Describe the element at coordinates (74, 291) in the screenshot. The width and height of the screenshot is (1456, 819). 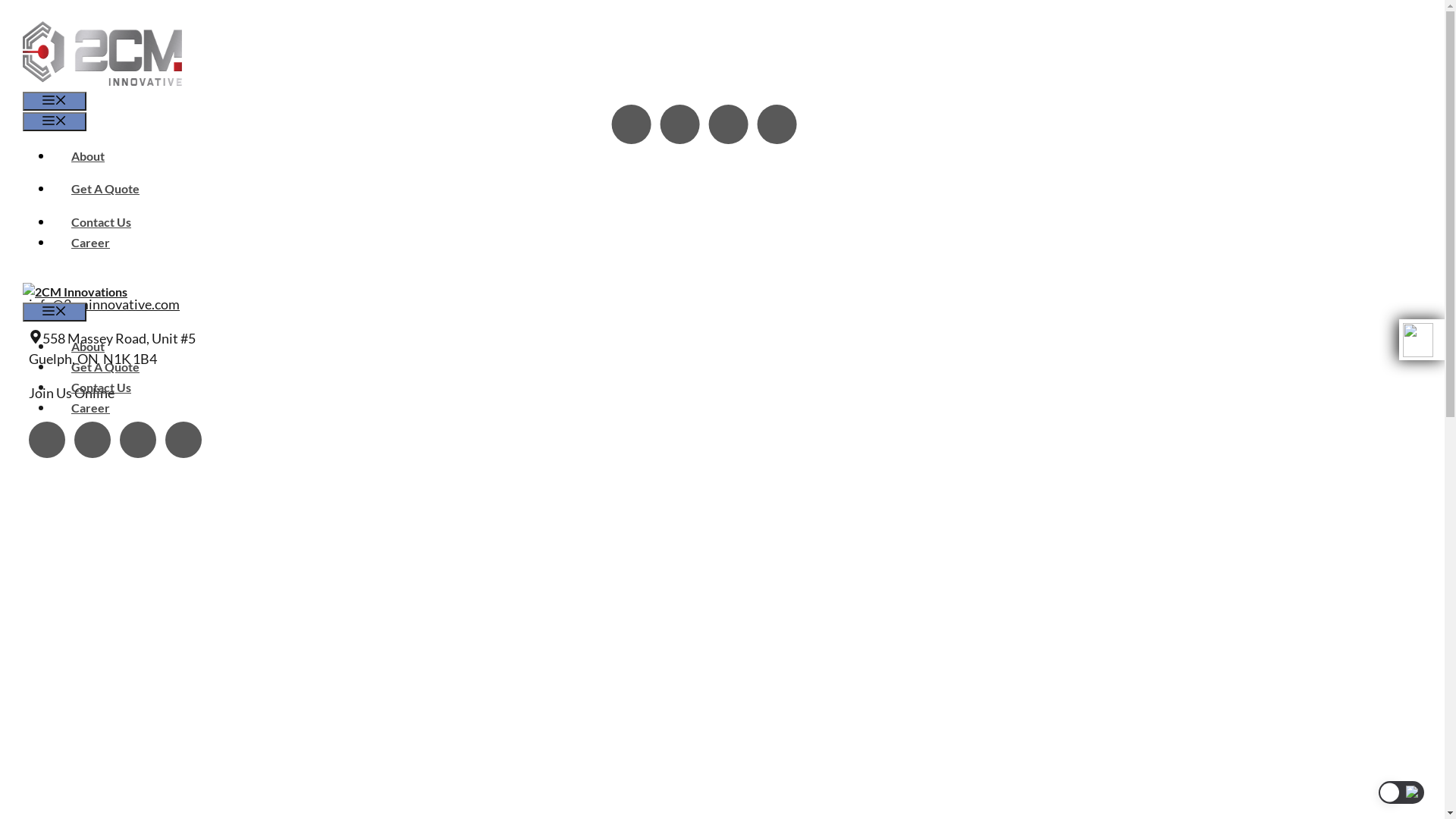
I see `'2CM Innovations'` at that location.